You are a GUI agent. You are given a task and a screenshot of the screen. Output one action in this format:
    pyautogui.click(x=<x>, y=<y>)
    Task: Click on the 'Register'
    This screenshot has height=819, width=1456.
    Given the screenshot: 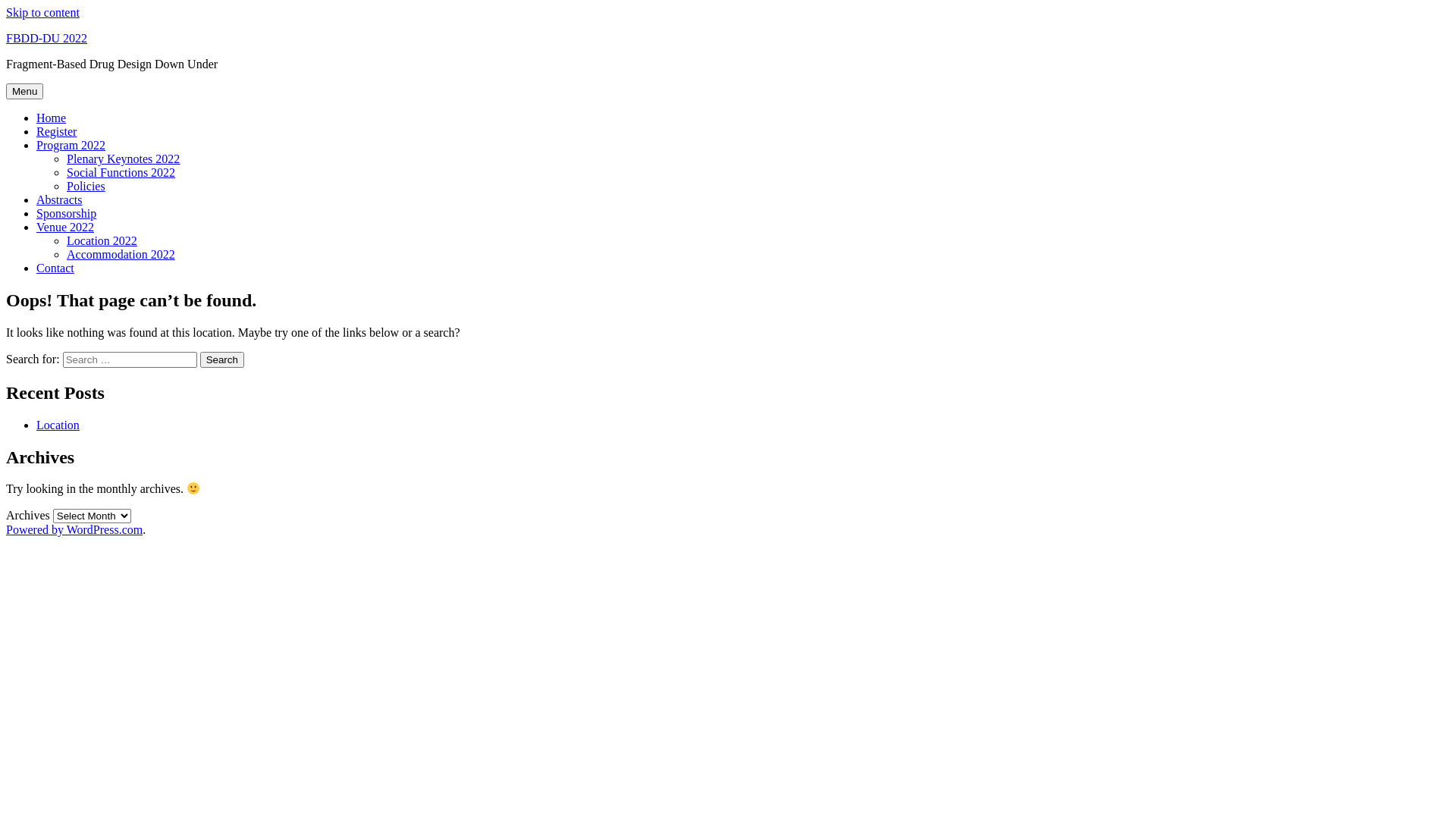 What is the action you would take?
    pyautogui.click(x=36, y=130)
    